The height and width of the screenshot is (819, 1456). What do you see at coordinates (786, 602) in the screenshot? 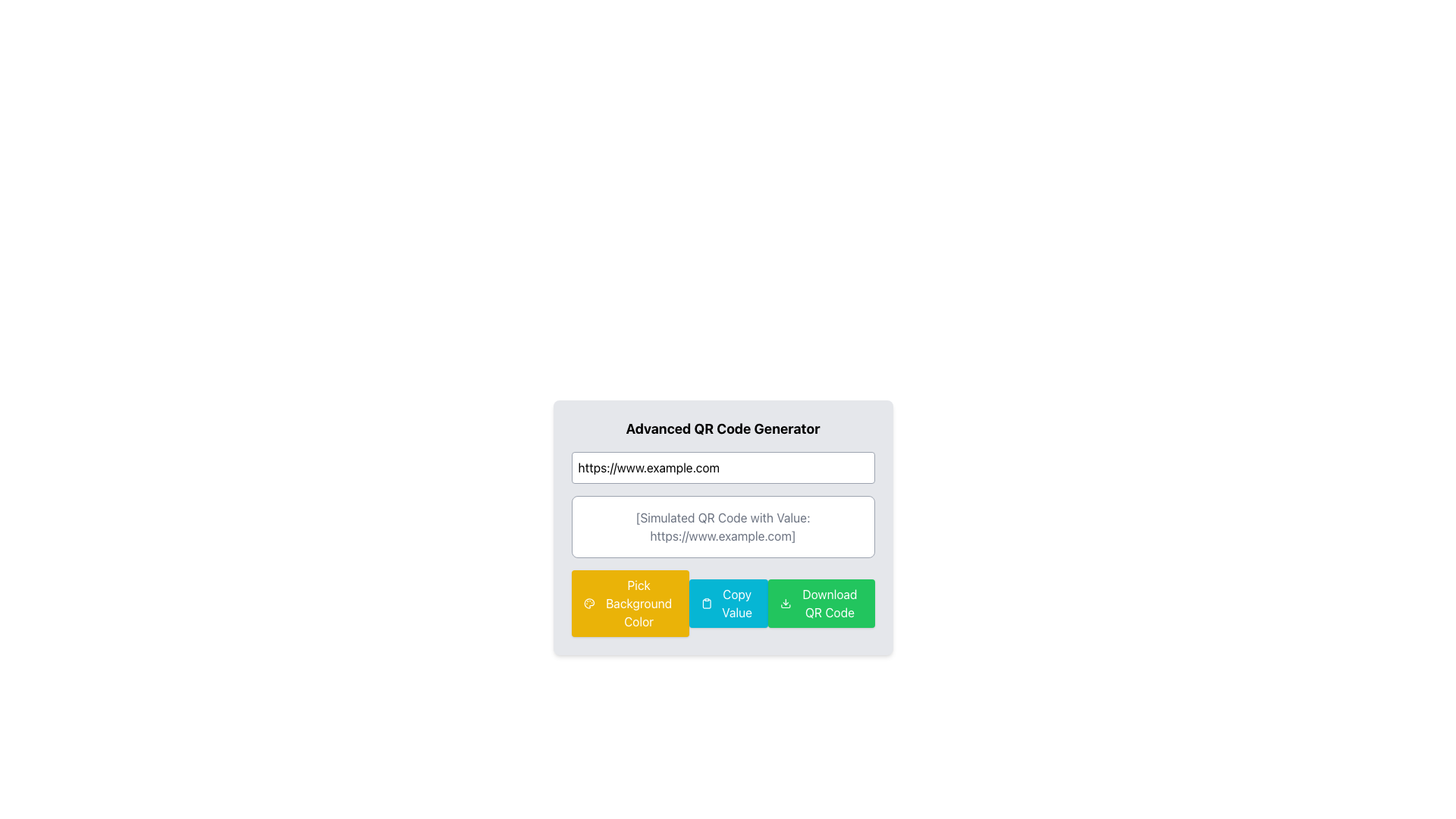
I see `the download icon inside the green button labeled 'Download QR Code' located at the bottom right of the QR code display section` at bounding box center [786, 602].